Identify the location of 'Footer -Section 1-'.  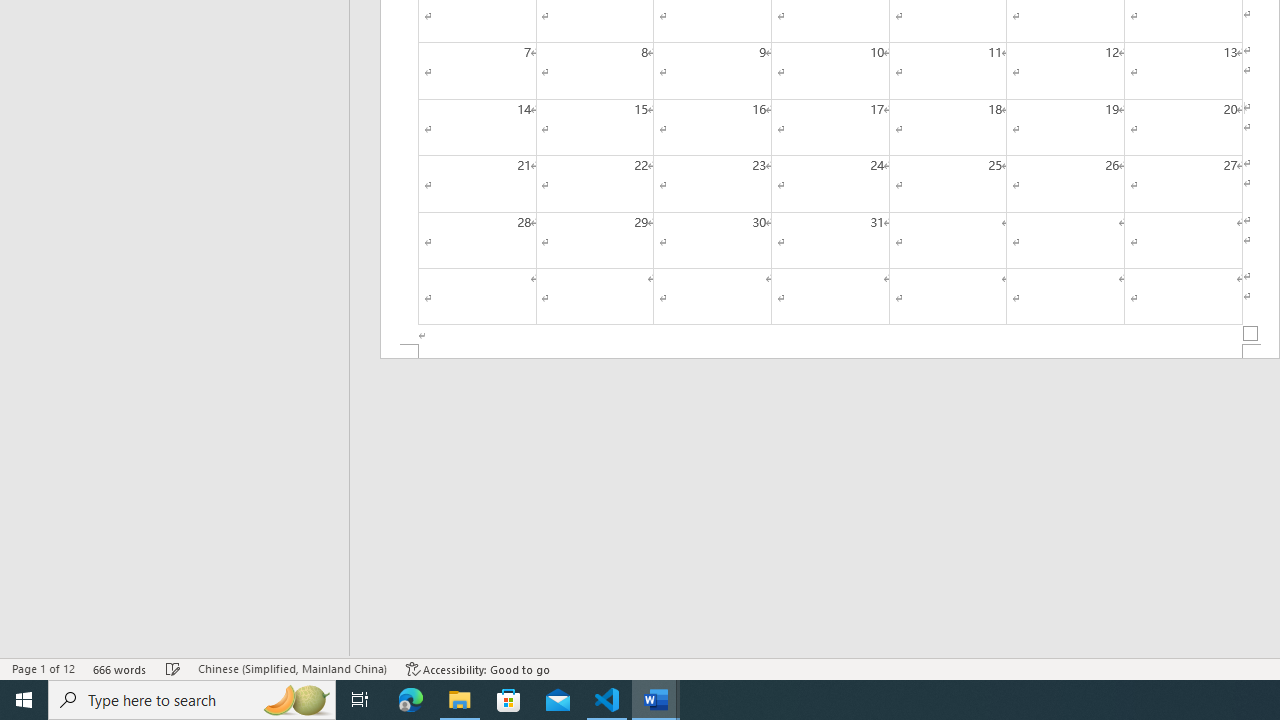
(830, 350).